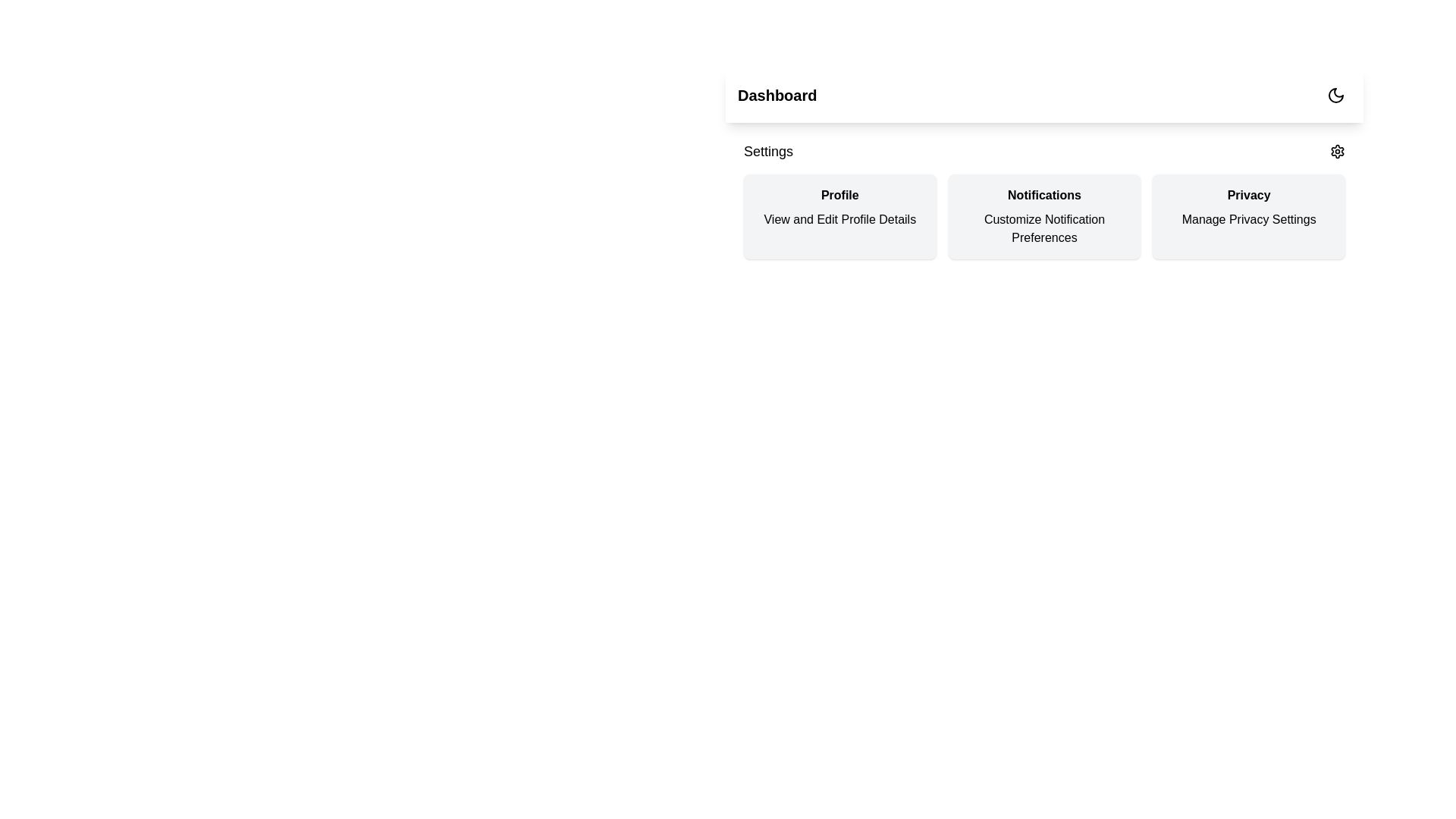 The image size is (1456, 819). Describe the element at coordinates (777, 96) in the screenshot. I see `the 'Dashboard' textual header element, which is prominently styled in bold and extra-large font at the upper-left section of the interface` at that location.